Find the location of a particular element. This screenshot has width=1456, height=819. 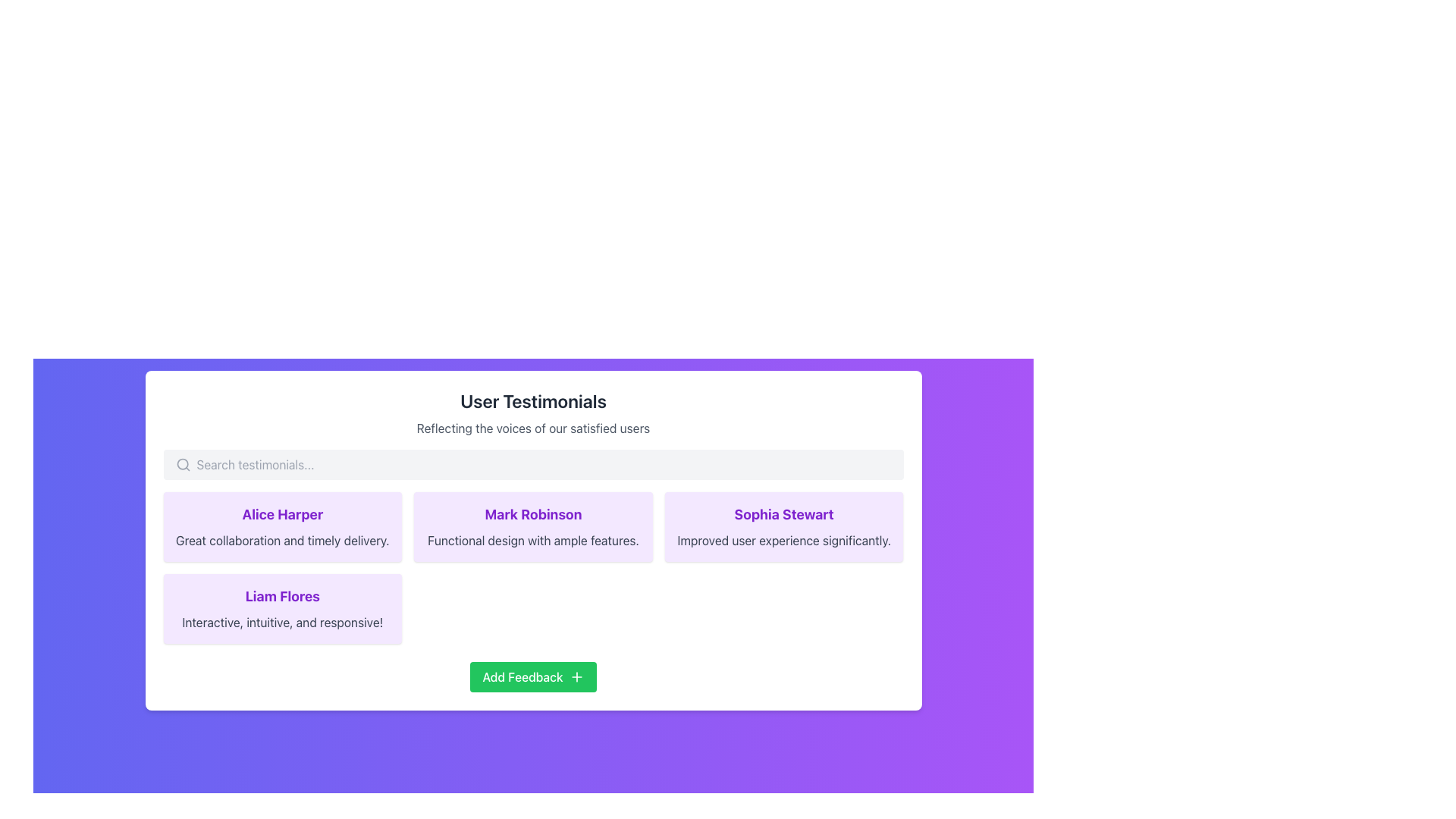

the rectangular green button labeled 'Add Feedback' located at the bottom center of the UI card is located at coordinates (533, 676).